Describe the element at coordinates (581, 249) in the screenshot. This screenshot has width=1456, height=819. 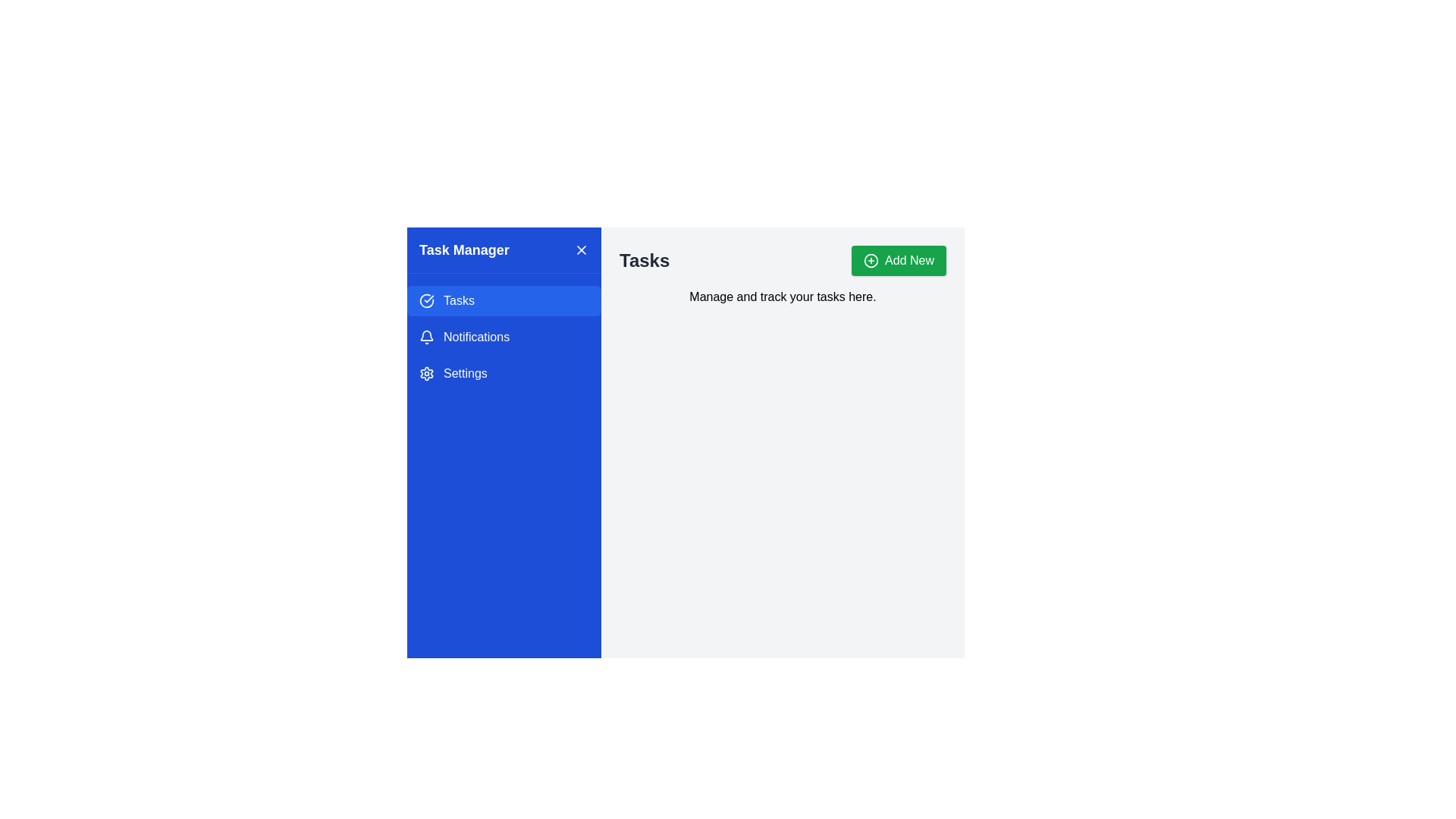
I see `the close button icon located in the top right corner of the "Task Manager" sidebar` at that location.